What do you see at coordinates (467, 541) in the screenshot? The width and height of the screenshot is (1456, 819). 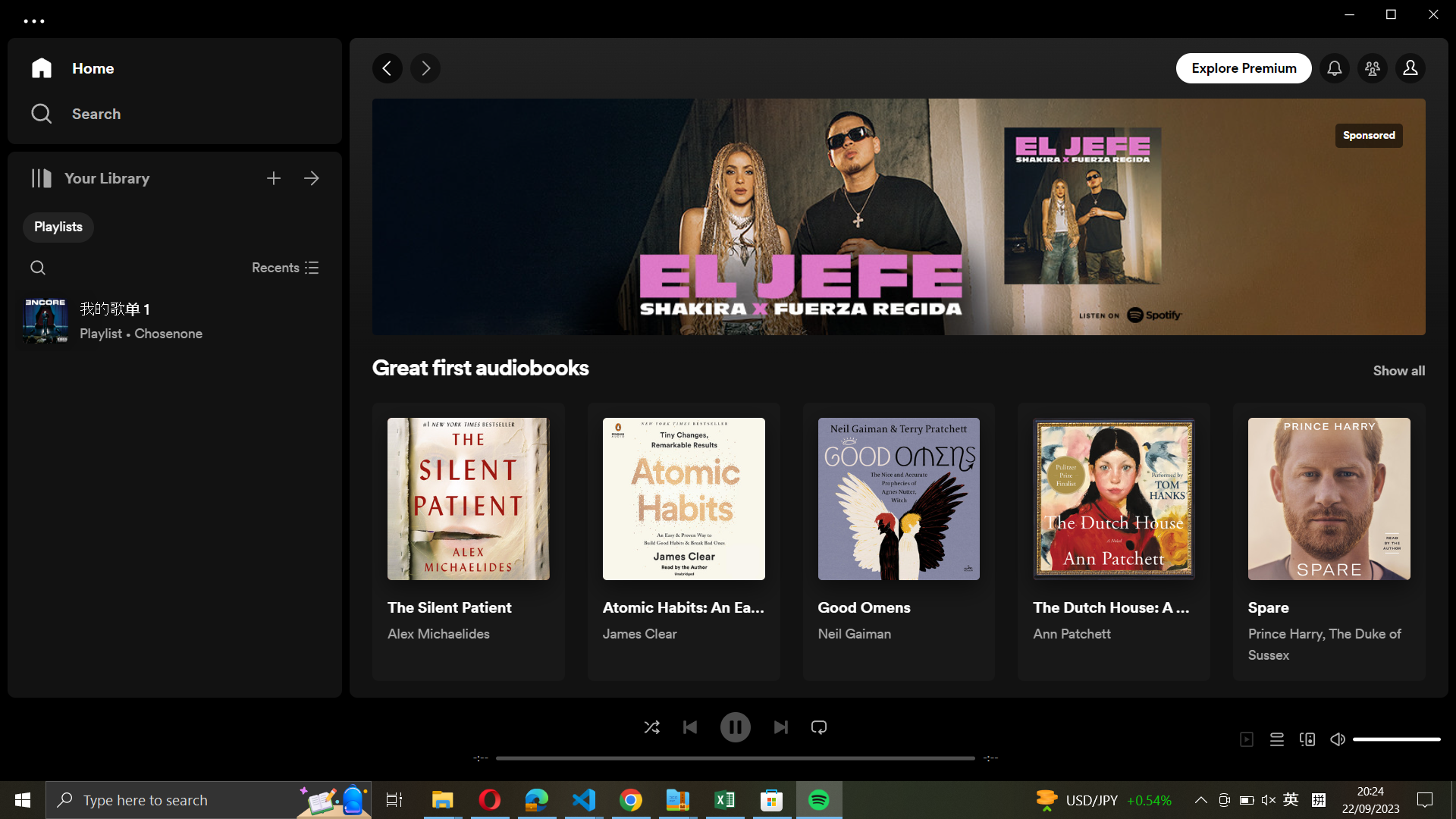 I see `Add audiobook_silent_patient to your library` at bounding box center [467, 541].